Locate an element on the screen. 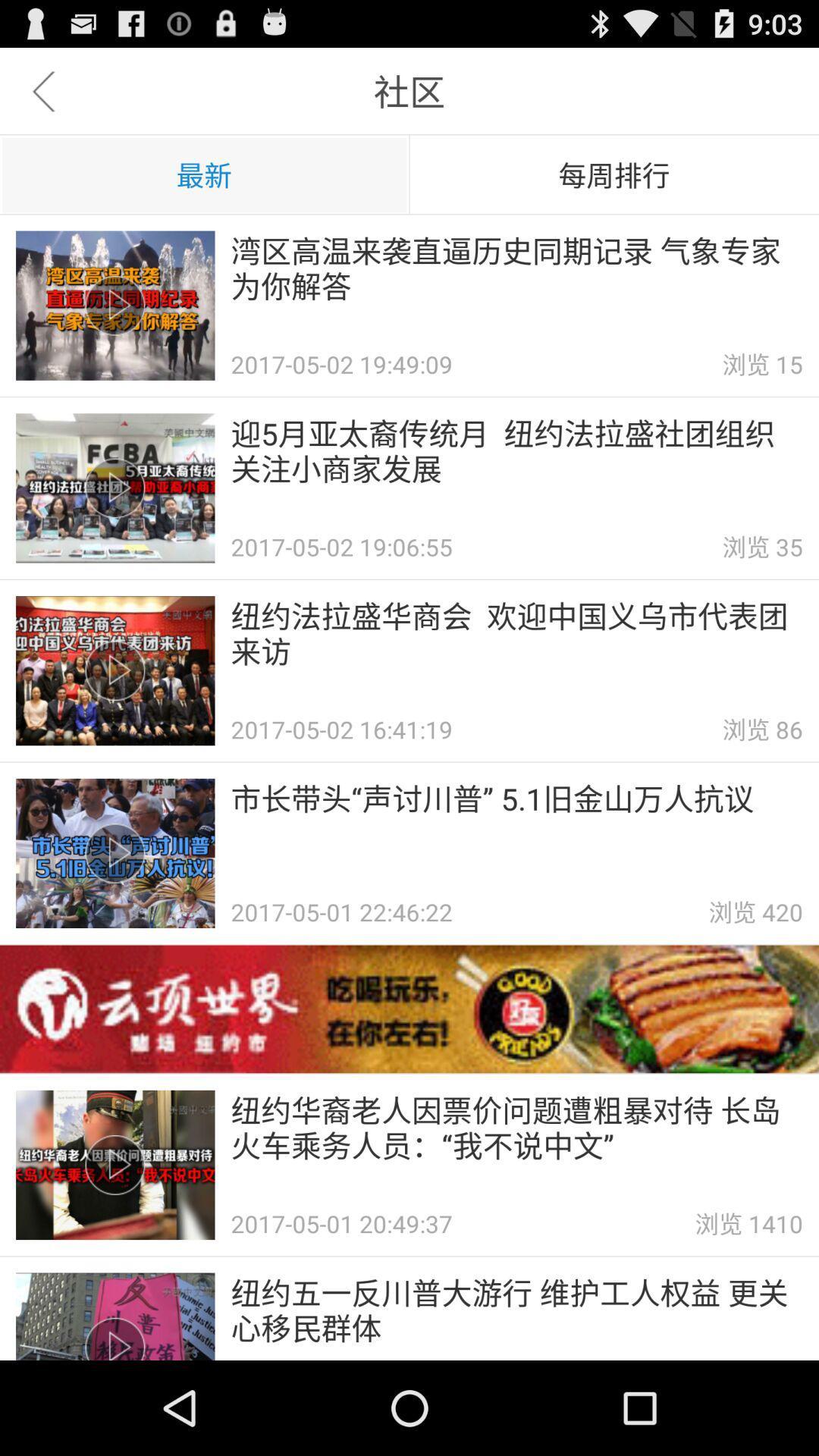 The width and height of the screenshot is (819, 1456). the arrow_backward icon is located at coordinates (42, 97).